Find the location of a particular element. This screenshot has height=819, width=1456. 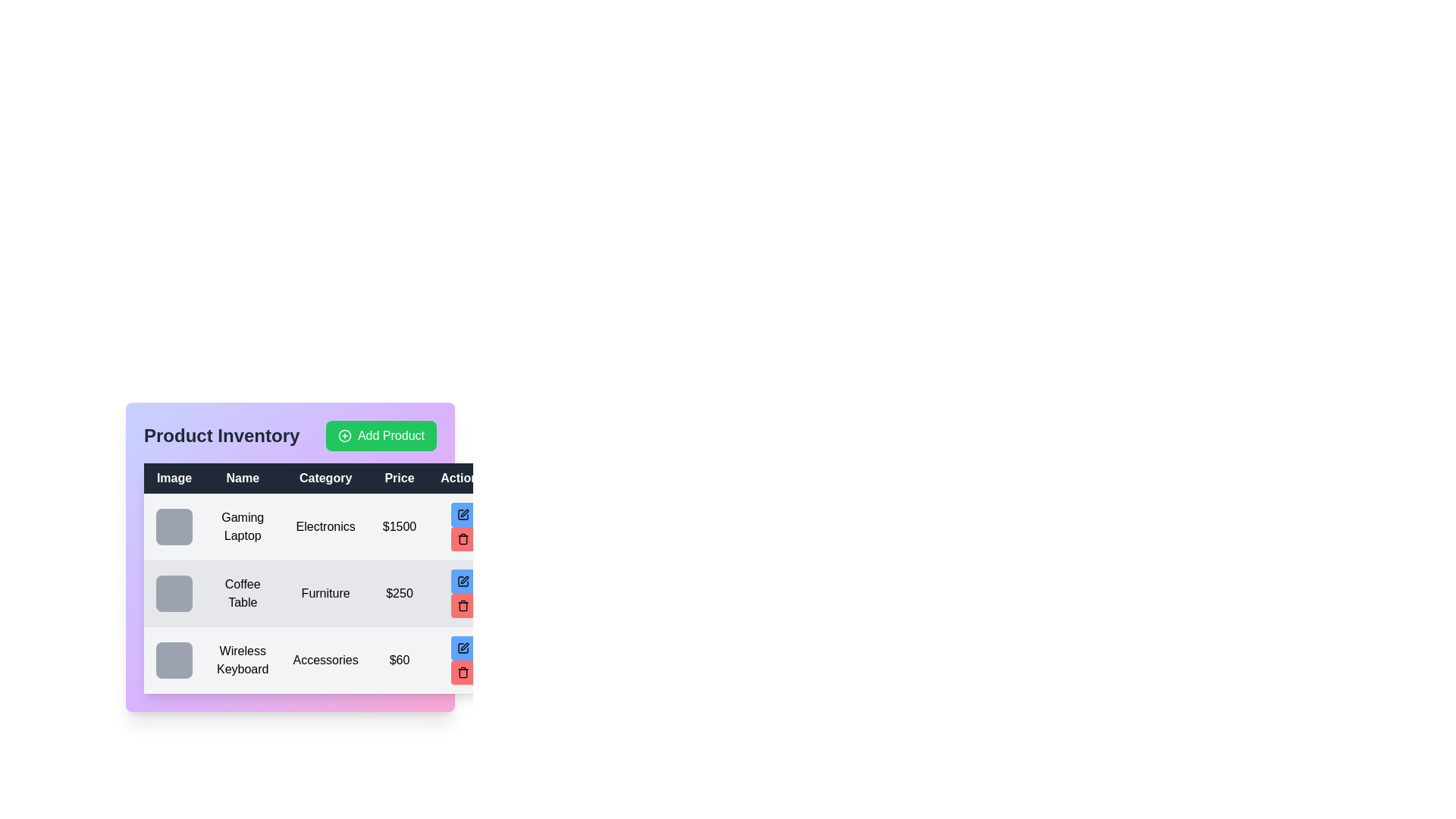

the blue rectangular button with a pen icon in the 'Action' column of the second row corresponding to 'Coffee Table' in the 'Product Inventory' section to observe the hover effect is located at coordinates (462, 581).